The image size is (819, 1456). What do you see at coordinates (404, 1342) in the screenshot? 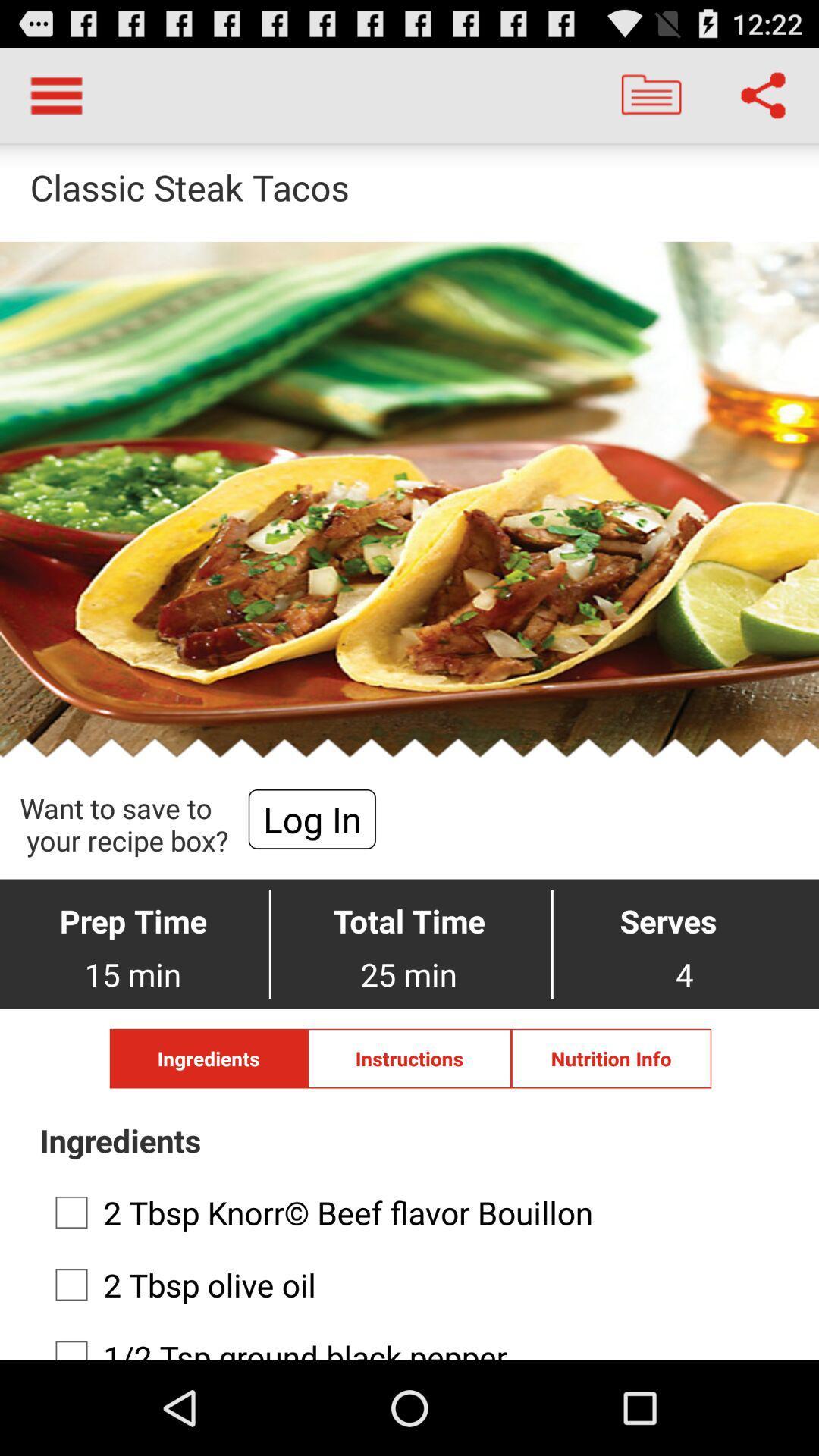
I see `icon below the 2 tbsp olive` at bounding box center [404, 1342].